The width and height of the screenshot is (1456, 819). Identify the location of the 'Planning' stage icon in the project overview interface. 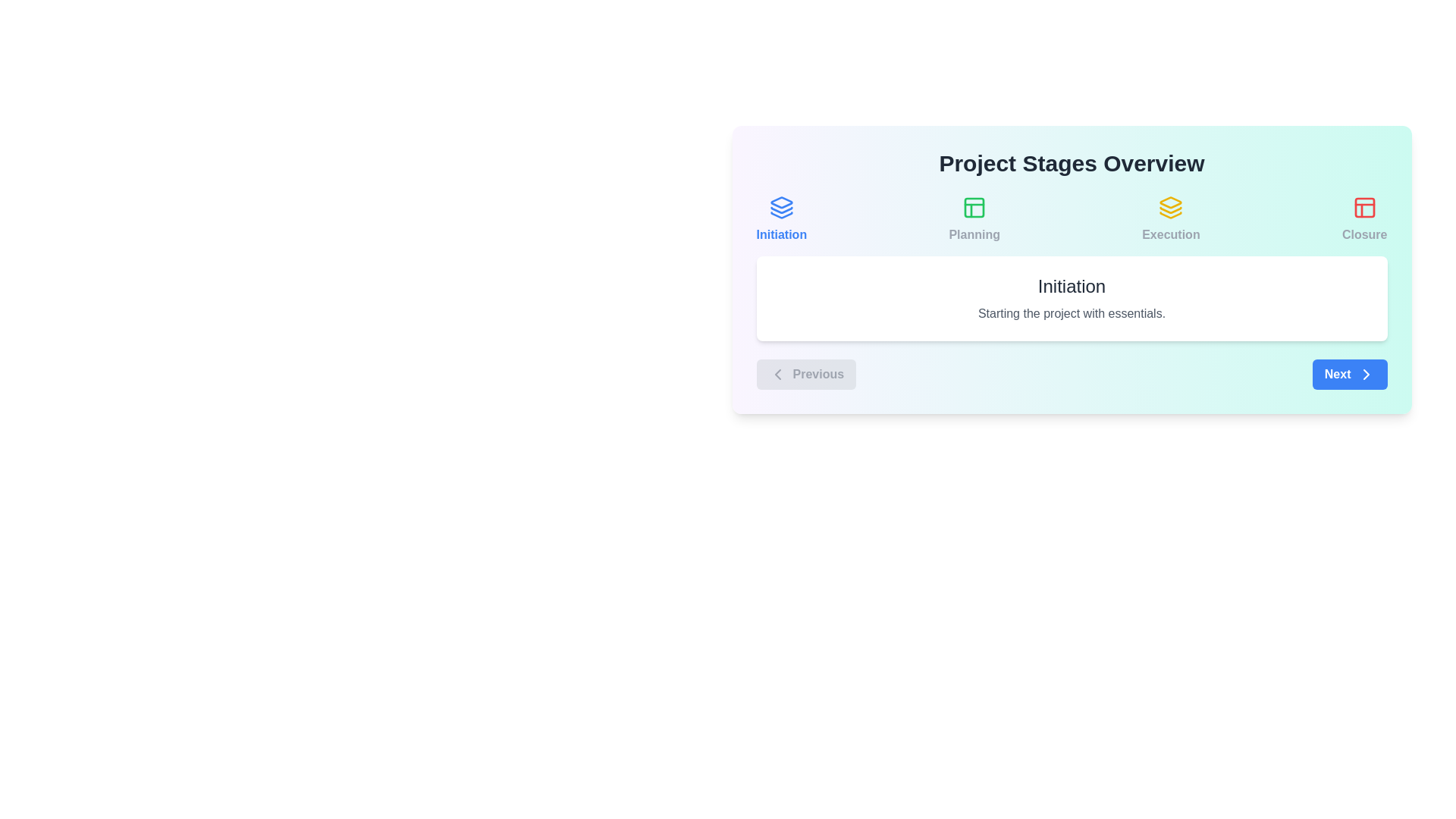
(974, 207).